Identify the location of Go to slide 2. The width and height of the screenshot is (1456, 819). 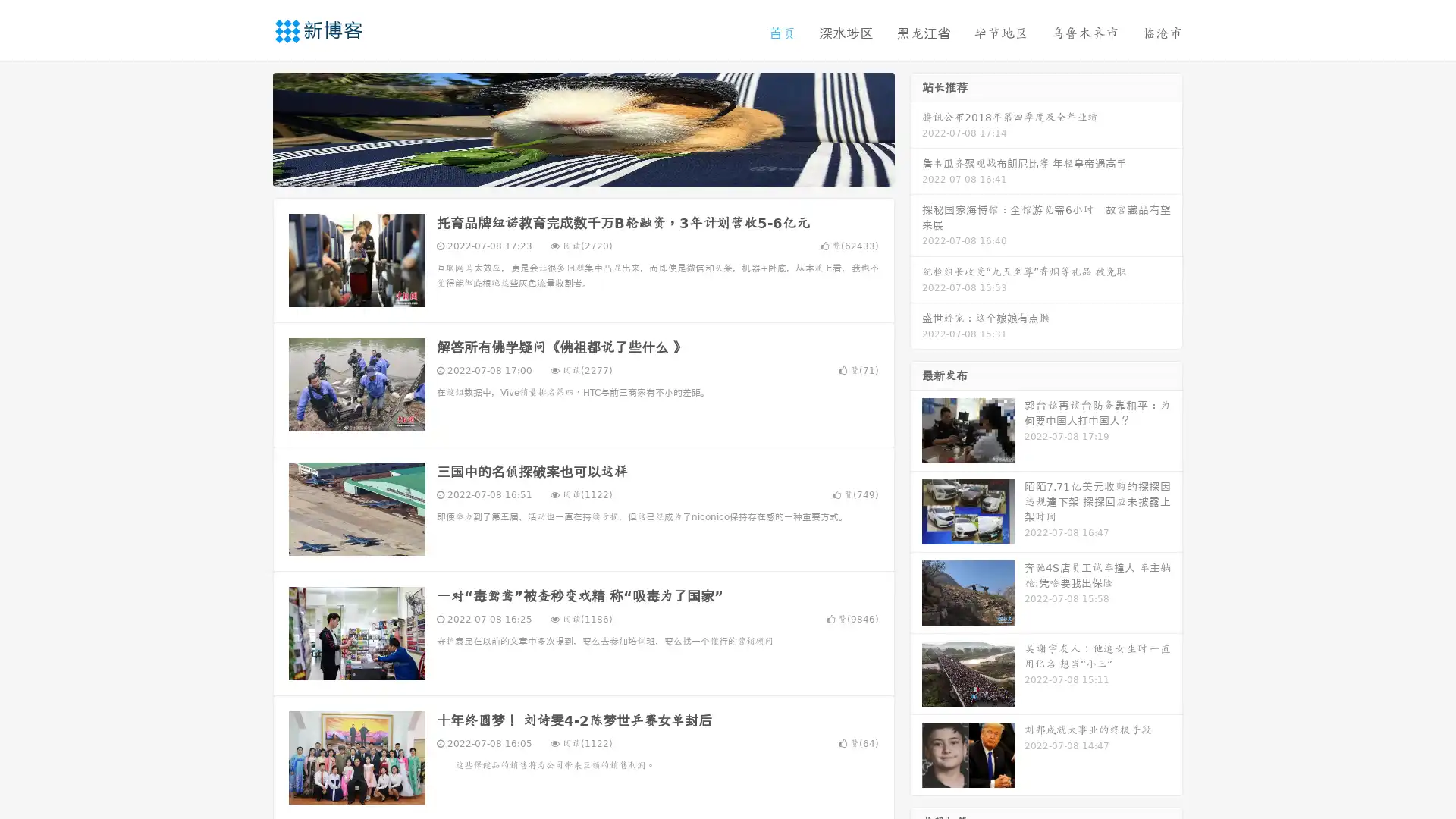
(582, 171).